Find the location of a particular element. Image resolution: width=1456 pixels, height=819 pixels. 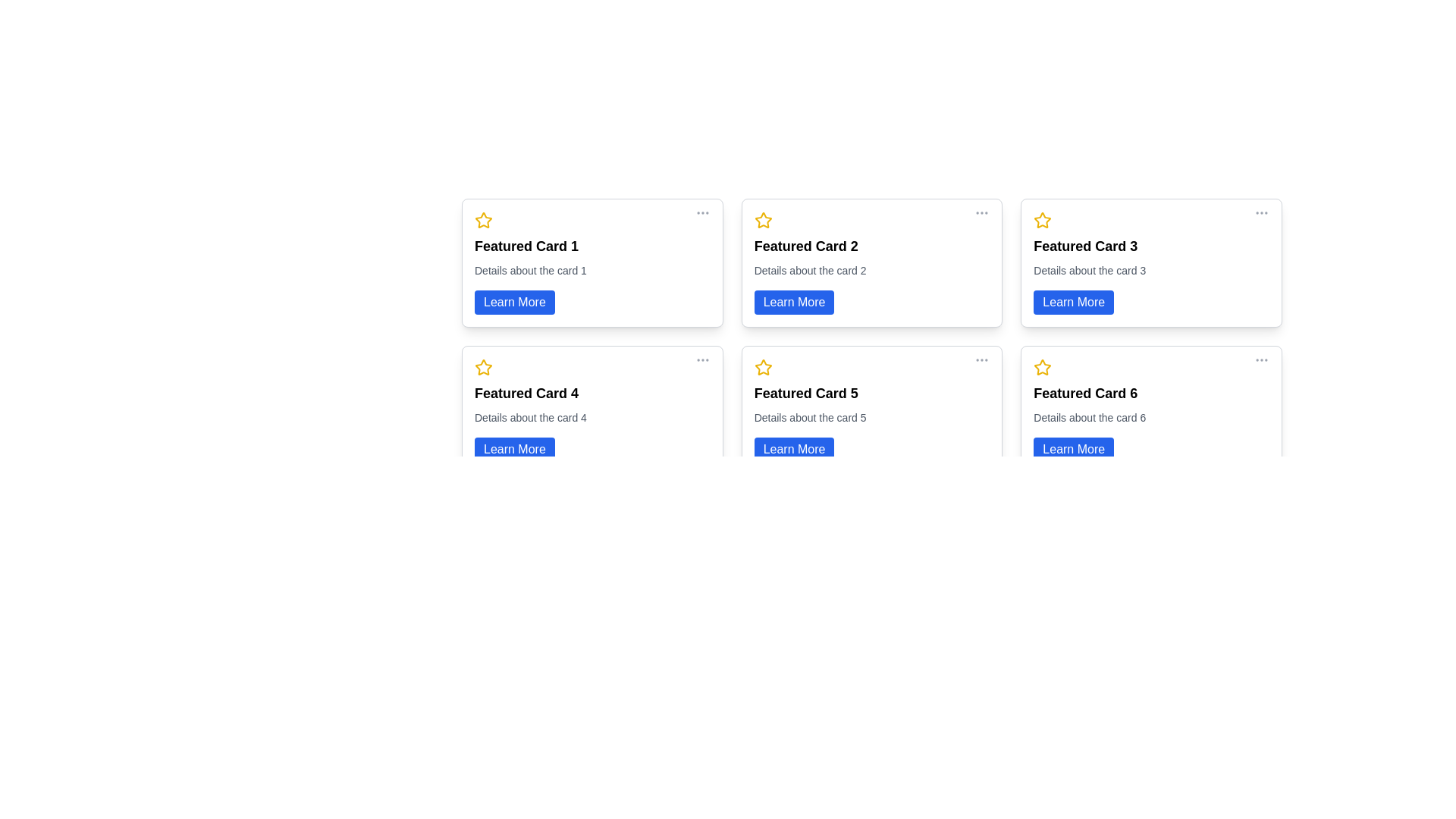

the star-shaped icon with a hollow center, colored yellow, located at the top-left corner of the 'Featured Card 5.' is located at coordinates (763, 367).